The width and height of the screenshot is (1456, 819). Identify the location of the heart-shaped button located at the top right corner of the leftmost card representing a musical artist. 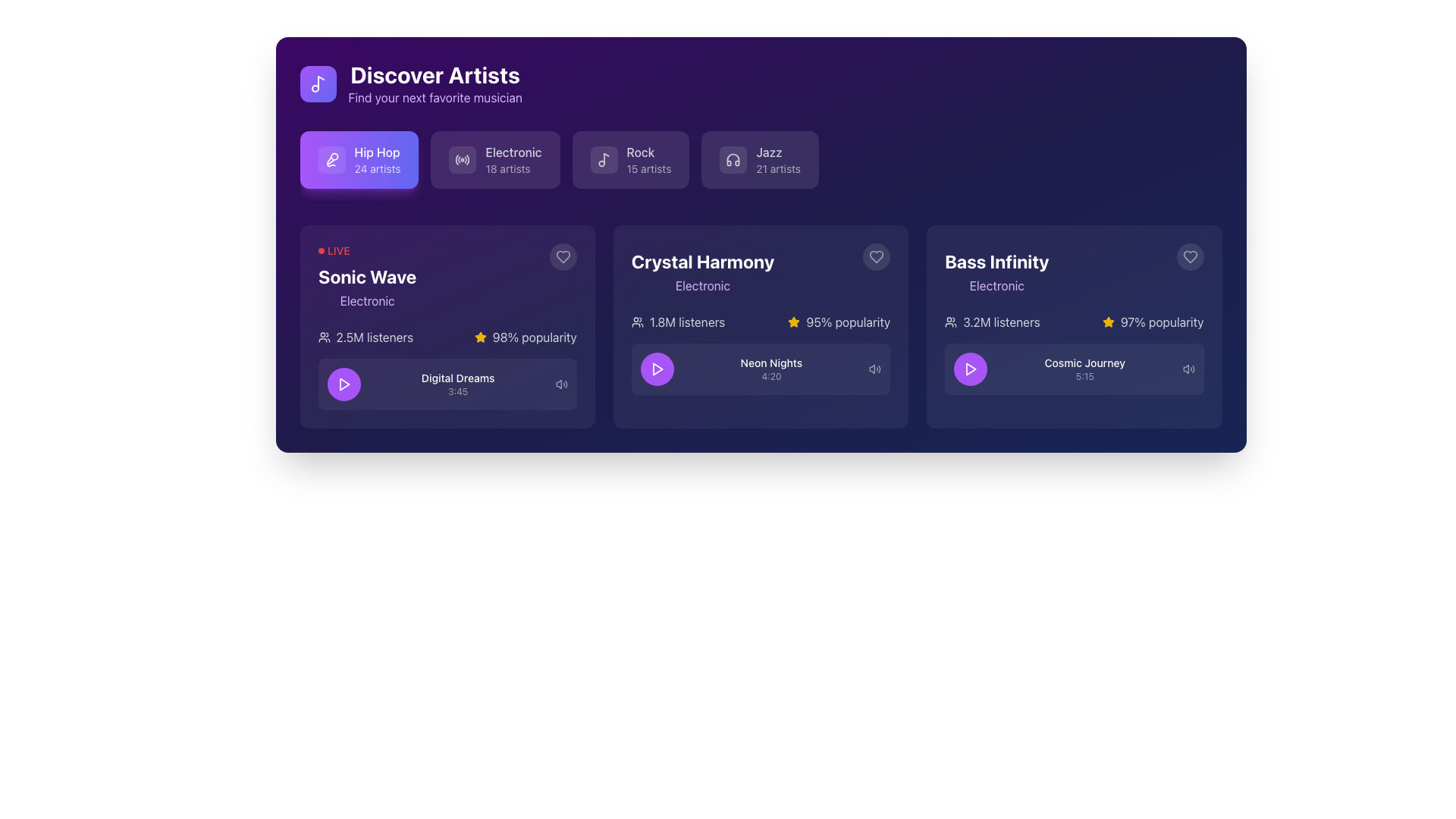
(562, 256).